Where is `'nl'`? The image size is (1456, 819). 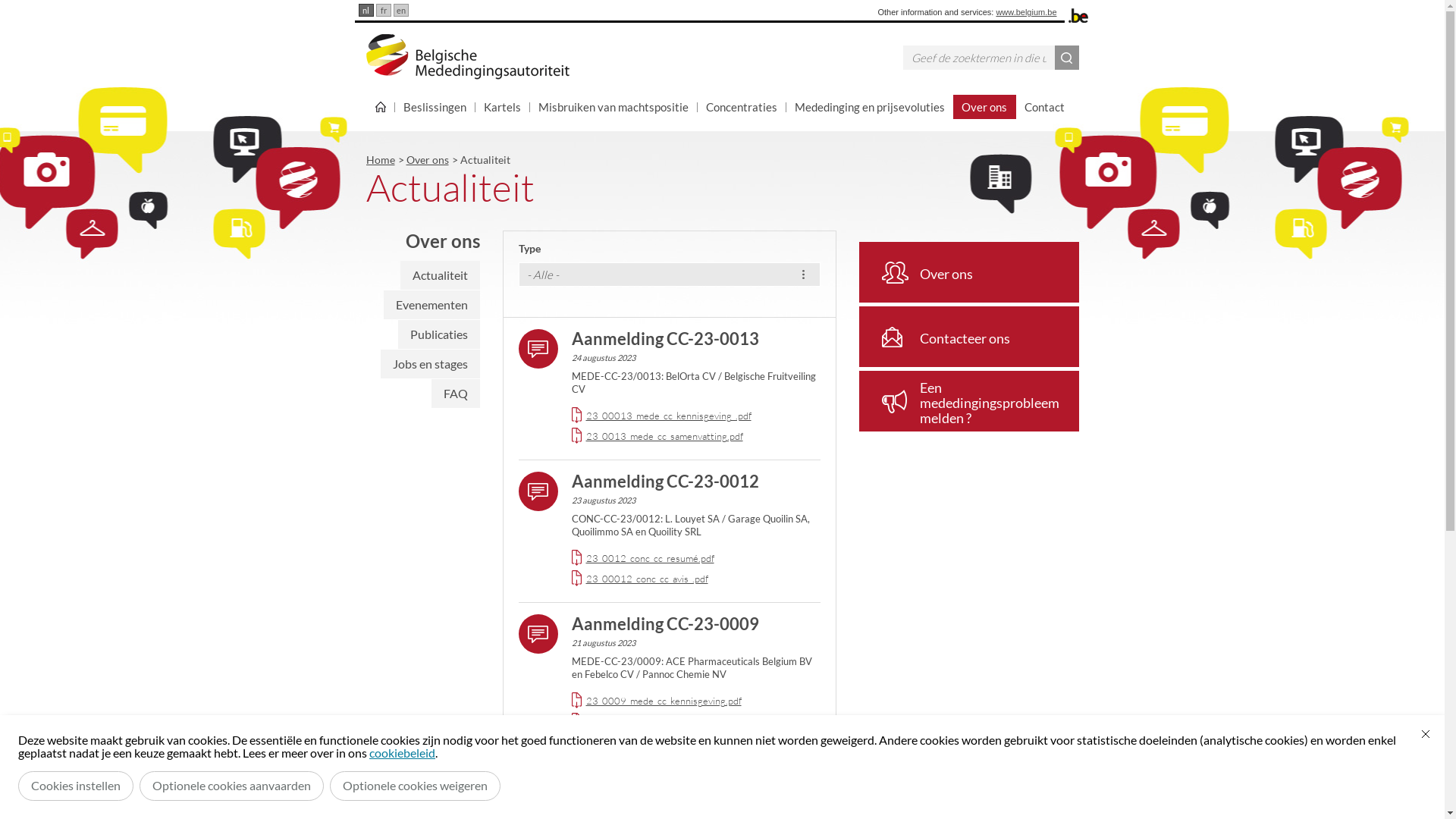 'nl' is located at coordinates (356, 10).